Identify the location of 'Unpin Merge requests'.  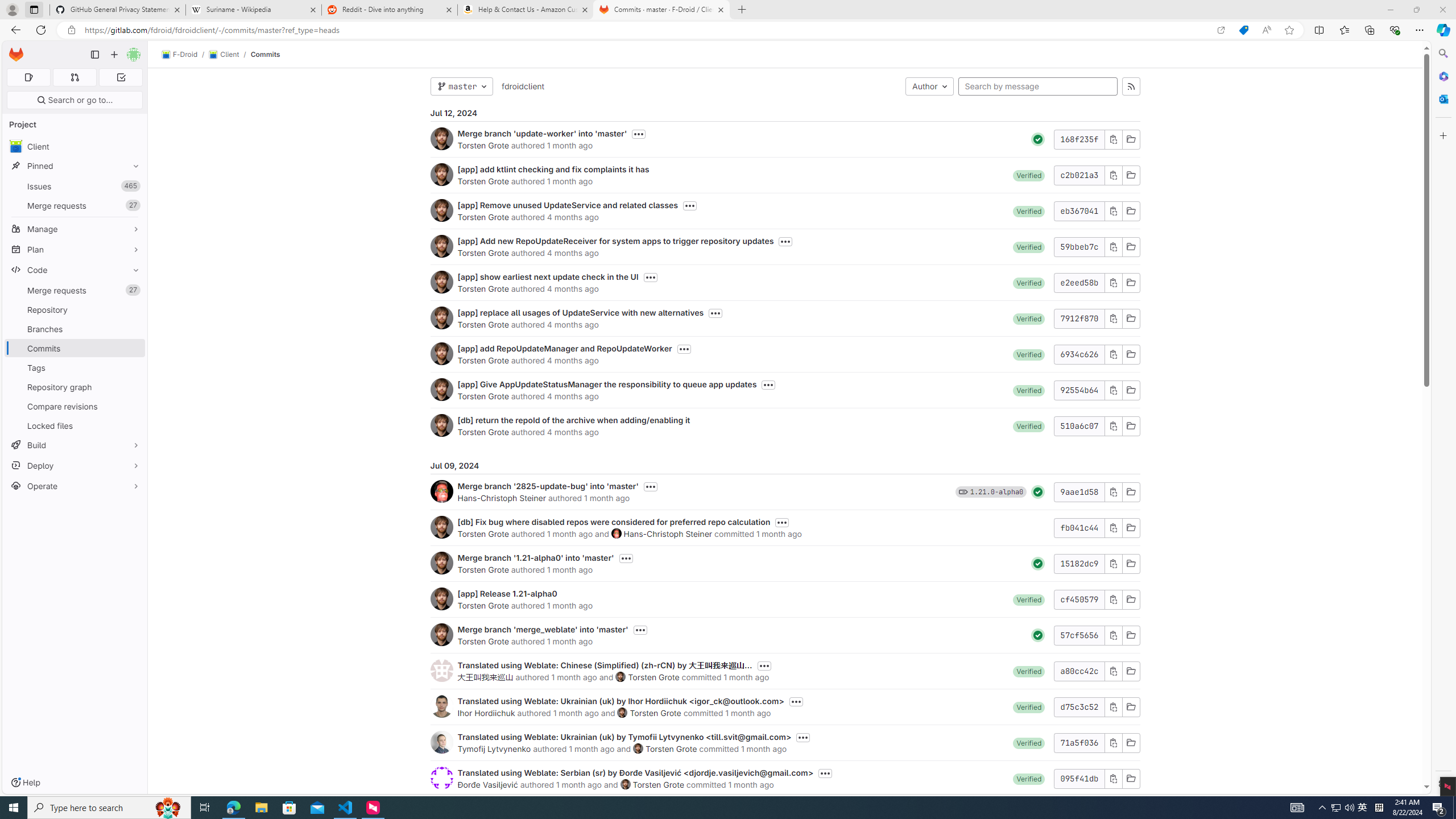
(133, 289).